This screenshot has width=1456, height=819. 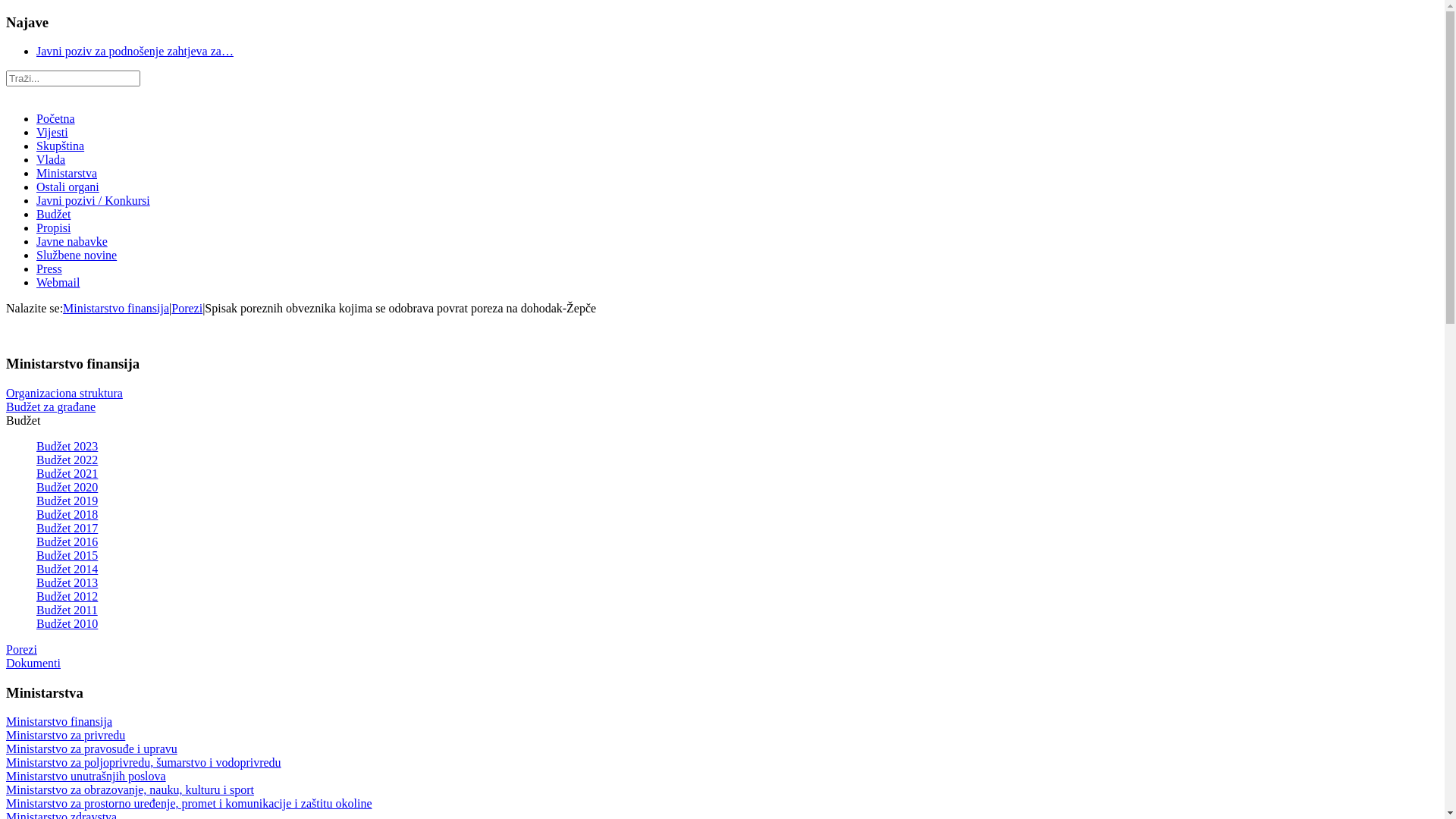 I want to click on 'Vlada', so click(x=51, y=159).